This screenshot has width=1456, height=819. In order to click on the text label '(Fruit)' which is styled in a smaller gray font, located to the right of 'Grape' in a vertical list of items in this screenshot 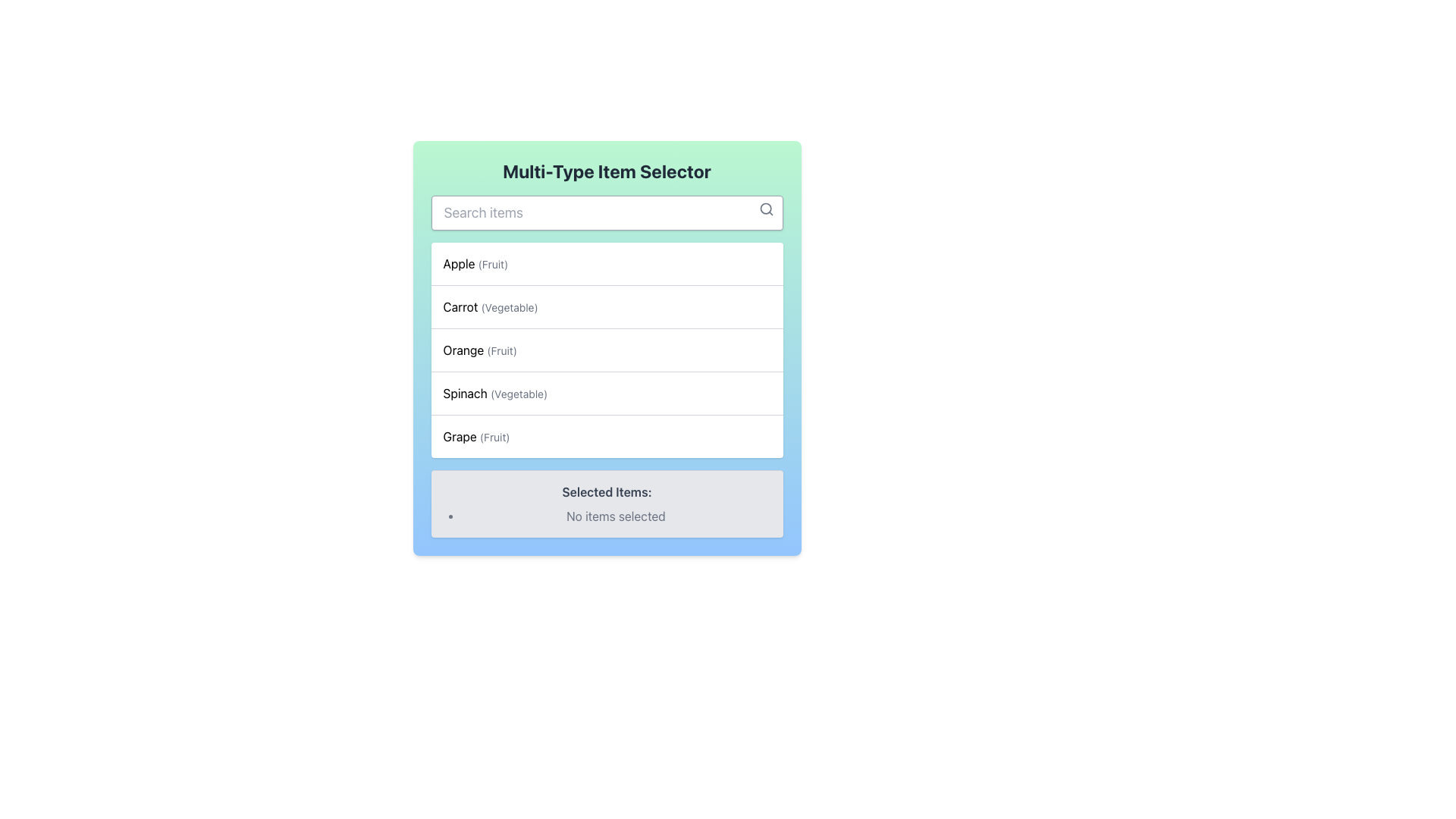, I will do `click(494, 437)`.